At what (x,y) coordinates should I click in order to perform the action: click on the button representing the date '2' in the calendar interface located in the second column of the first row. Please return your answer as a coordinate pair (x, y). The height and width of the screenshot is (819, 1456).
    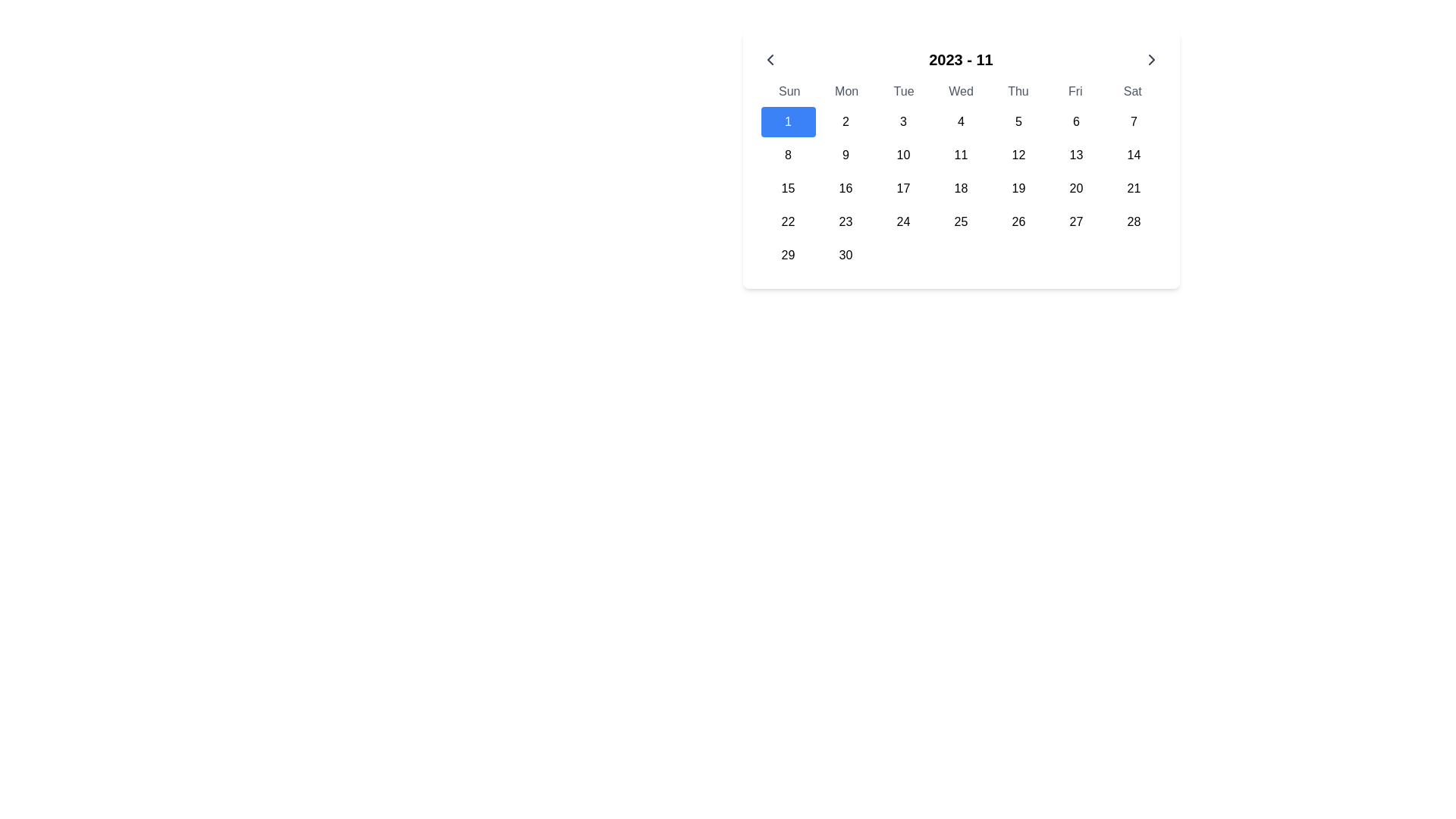
    Looking at the image, I should click on (845, 121).